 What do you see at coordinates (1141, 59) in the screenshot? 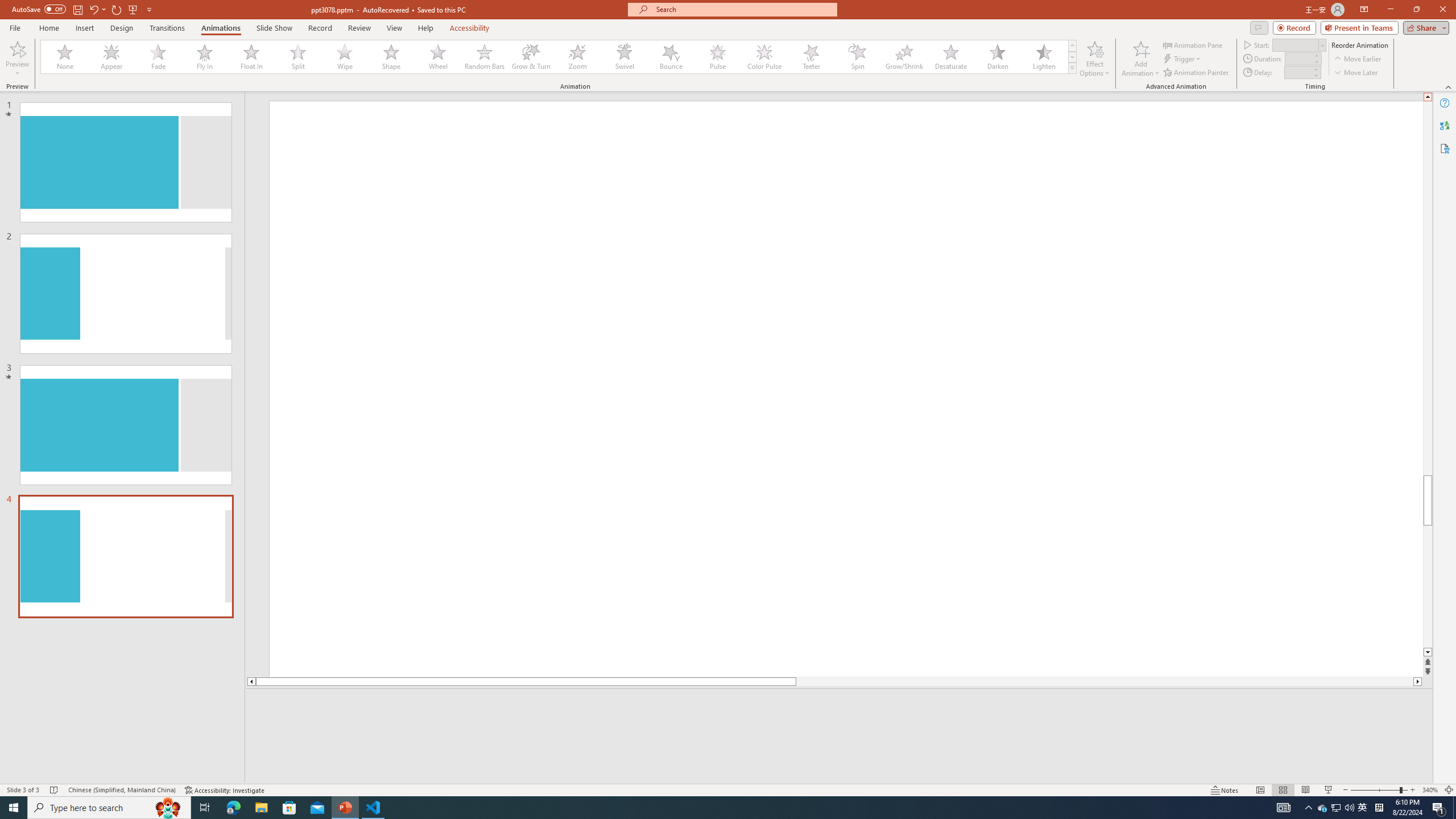
I see `'Add Animation'` at bounding box center [1141, 59].